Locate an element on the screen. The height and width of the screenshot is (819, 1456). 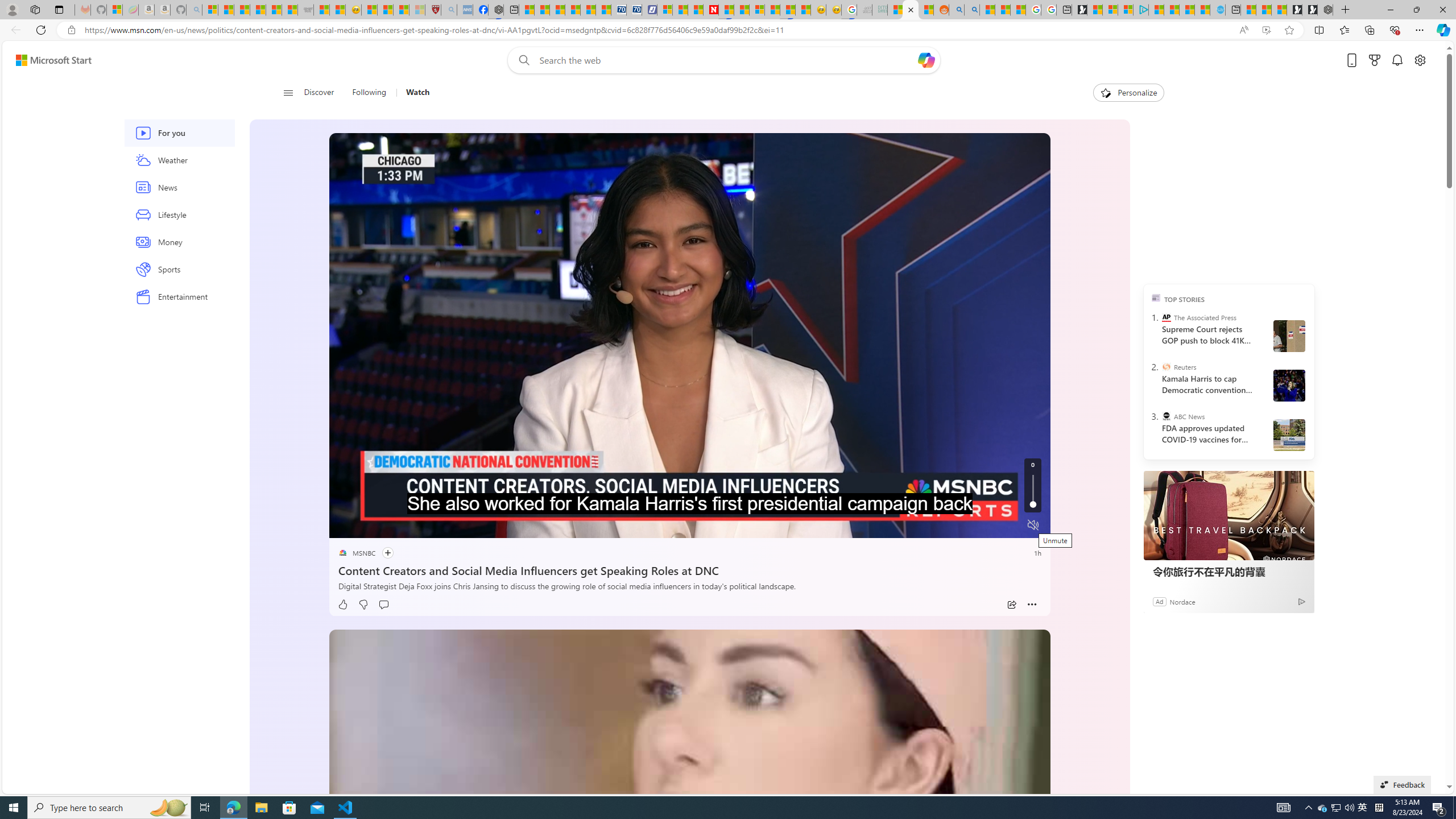
'Utah sues federal government - Search' is located at coordinates (971, 9).